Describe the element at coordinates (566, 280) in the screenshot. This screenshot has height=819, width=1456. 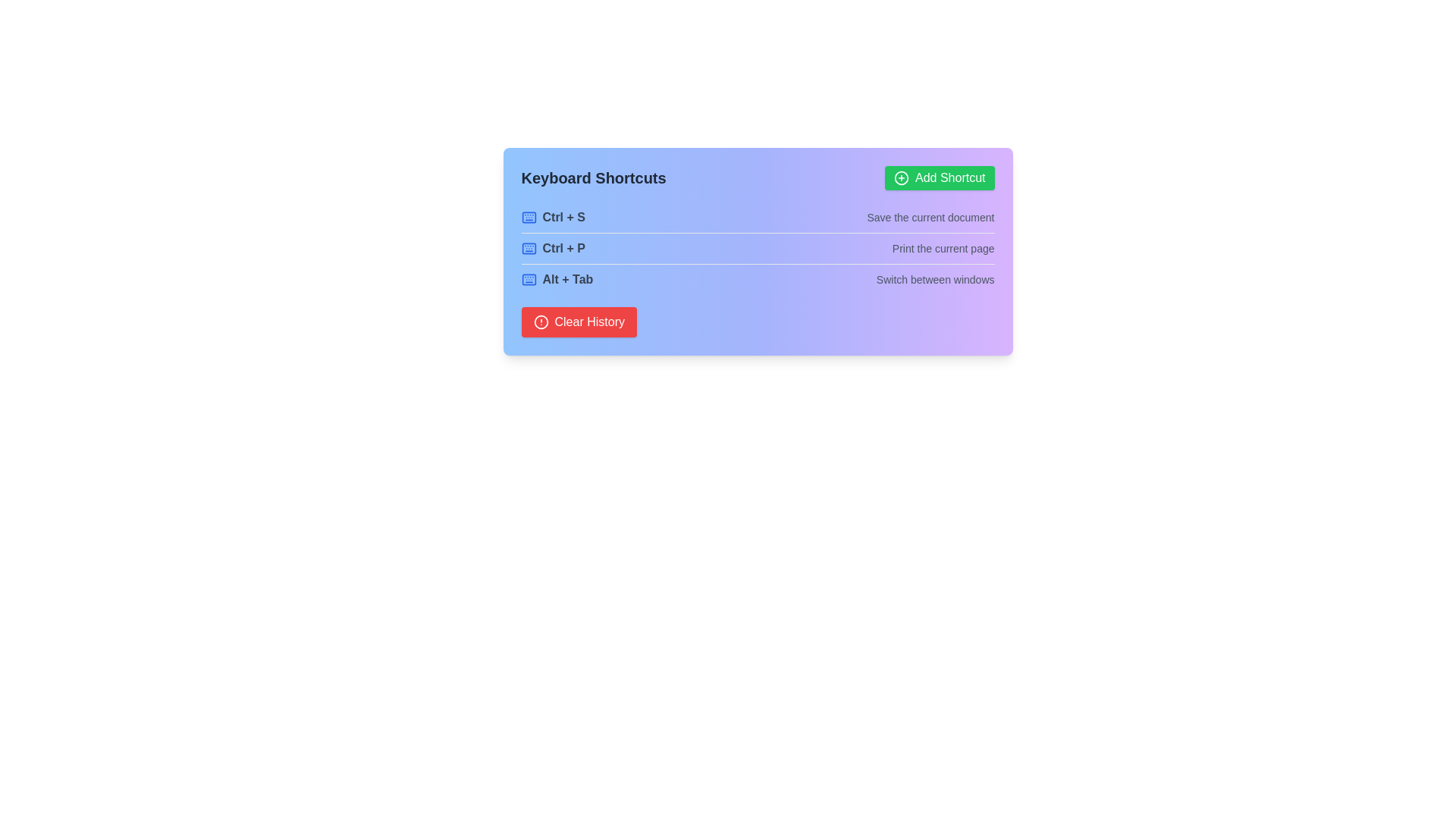
I see `the text label displaying the keyboard shortcut 'Alt + Tab', which is the third item in a vertical list of keyboard shortcuts` at that location.